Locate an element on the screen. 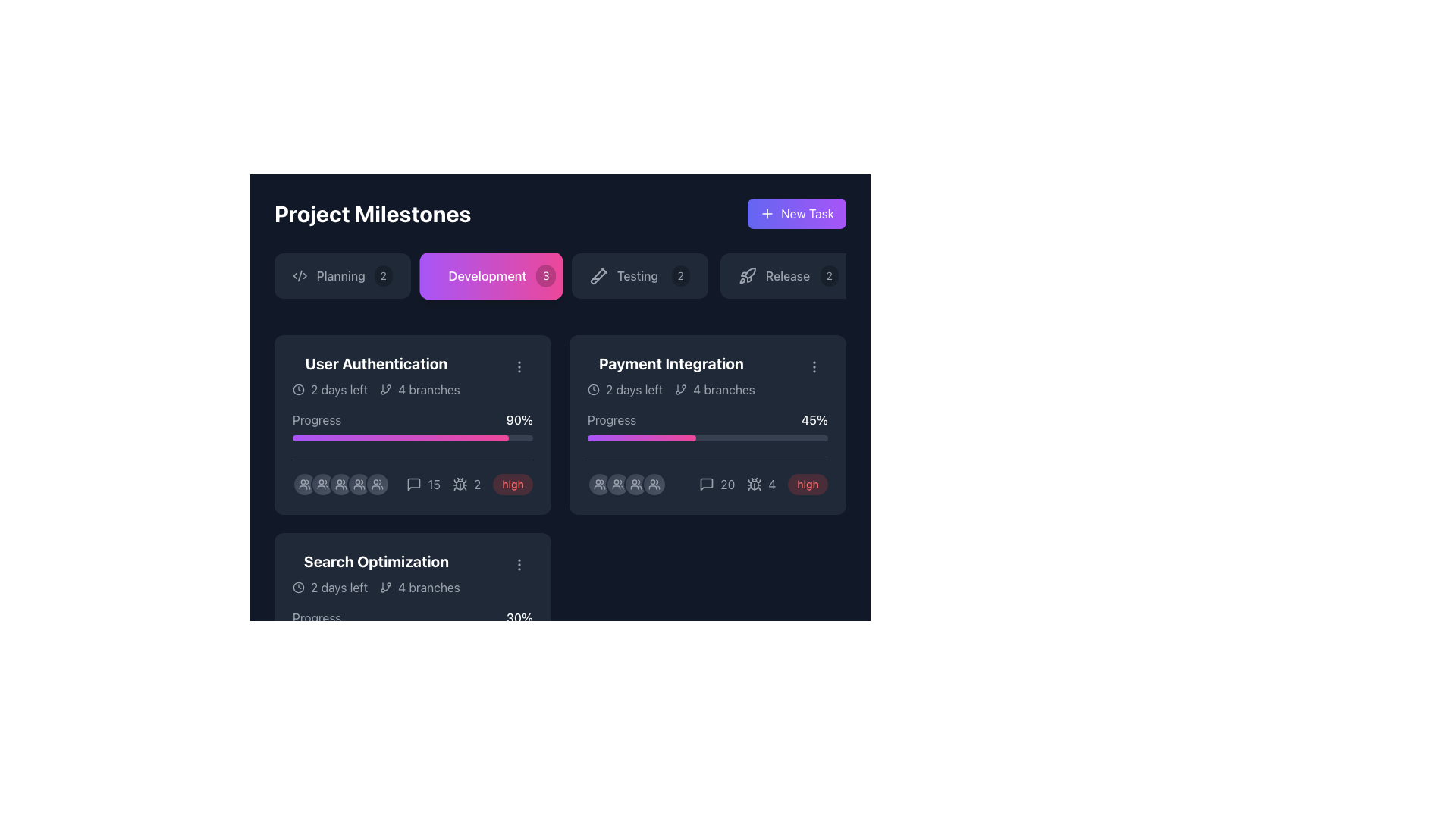  the circular Avatar/Representative Icon, which is the second avatar from the left in a horizontal row located at the bottom of the 'Payment Integration' card is located at coordinates (618, 485).